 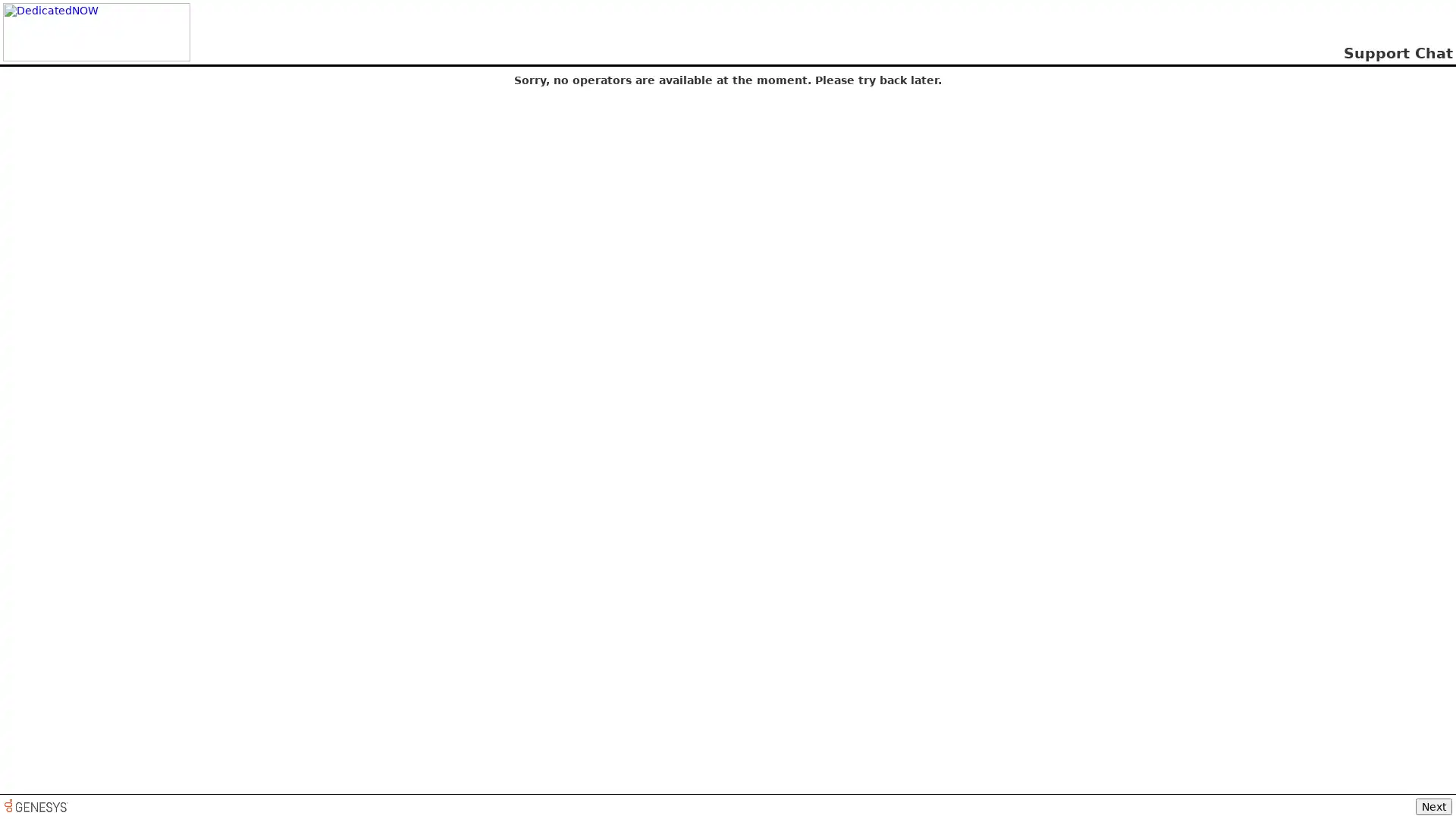 What do you see at coordinates (1433, 806) in the screenshot?
I see `Next` at bounding box center [1433, 806].